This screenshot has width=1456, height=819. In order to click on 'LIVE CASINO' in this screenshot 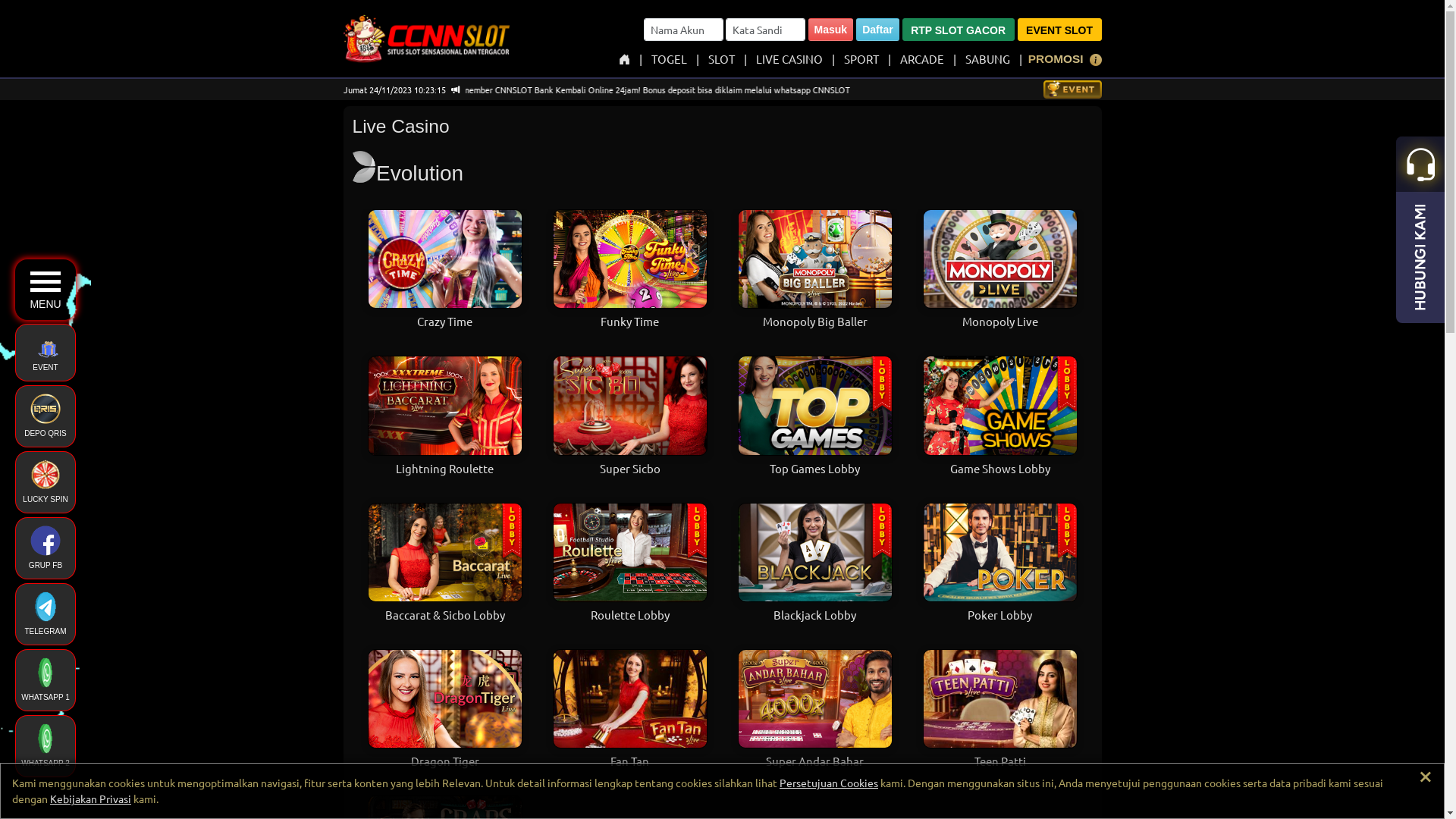, I will do `click(789, 58)`.